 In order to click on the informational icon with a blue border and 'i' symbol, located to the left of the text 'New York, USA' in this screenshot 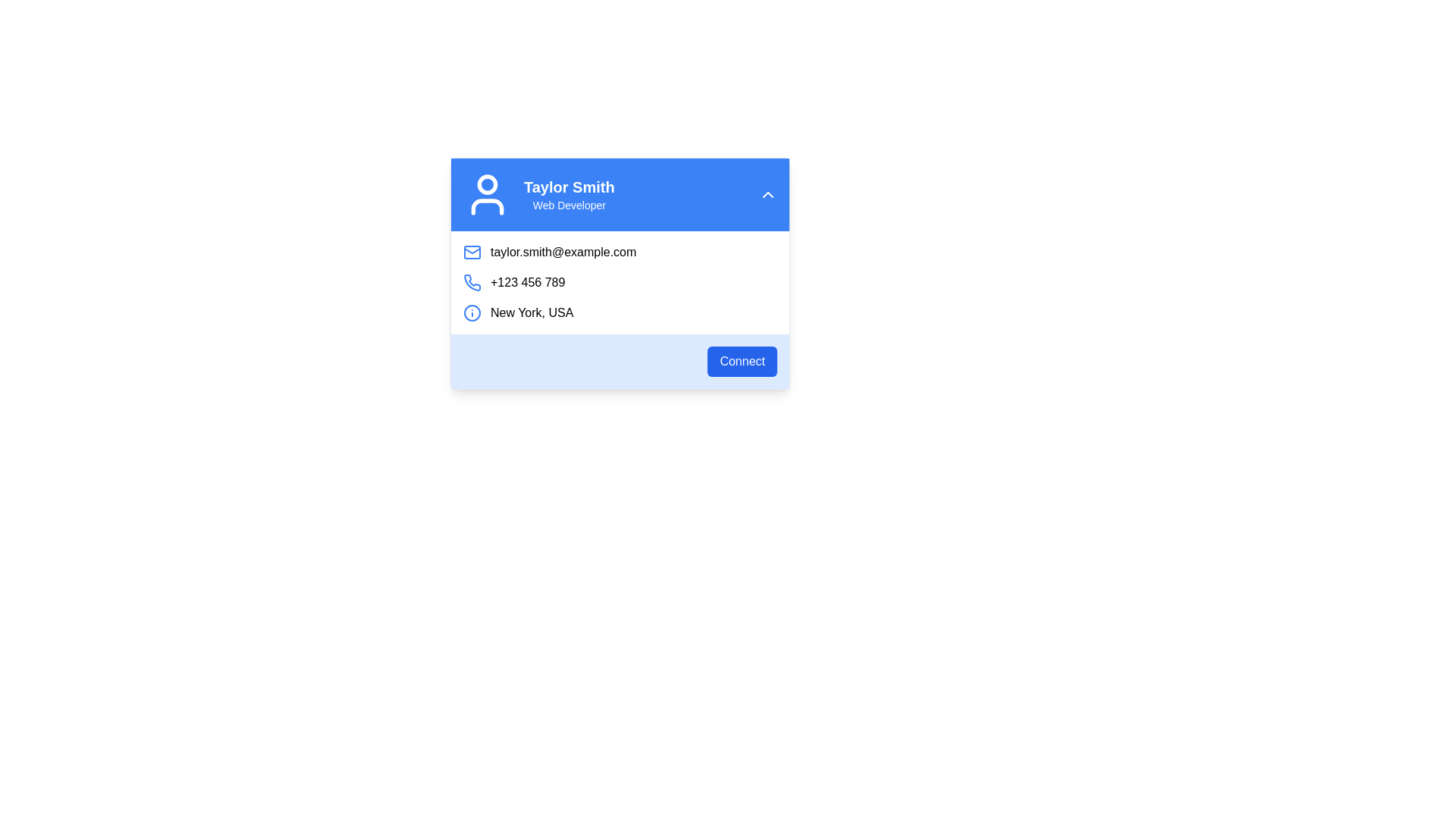, I will do `click(472, 312)`.